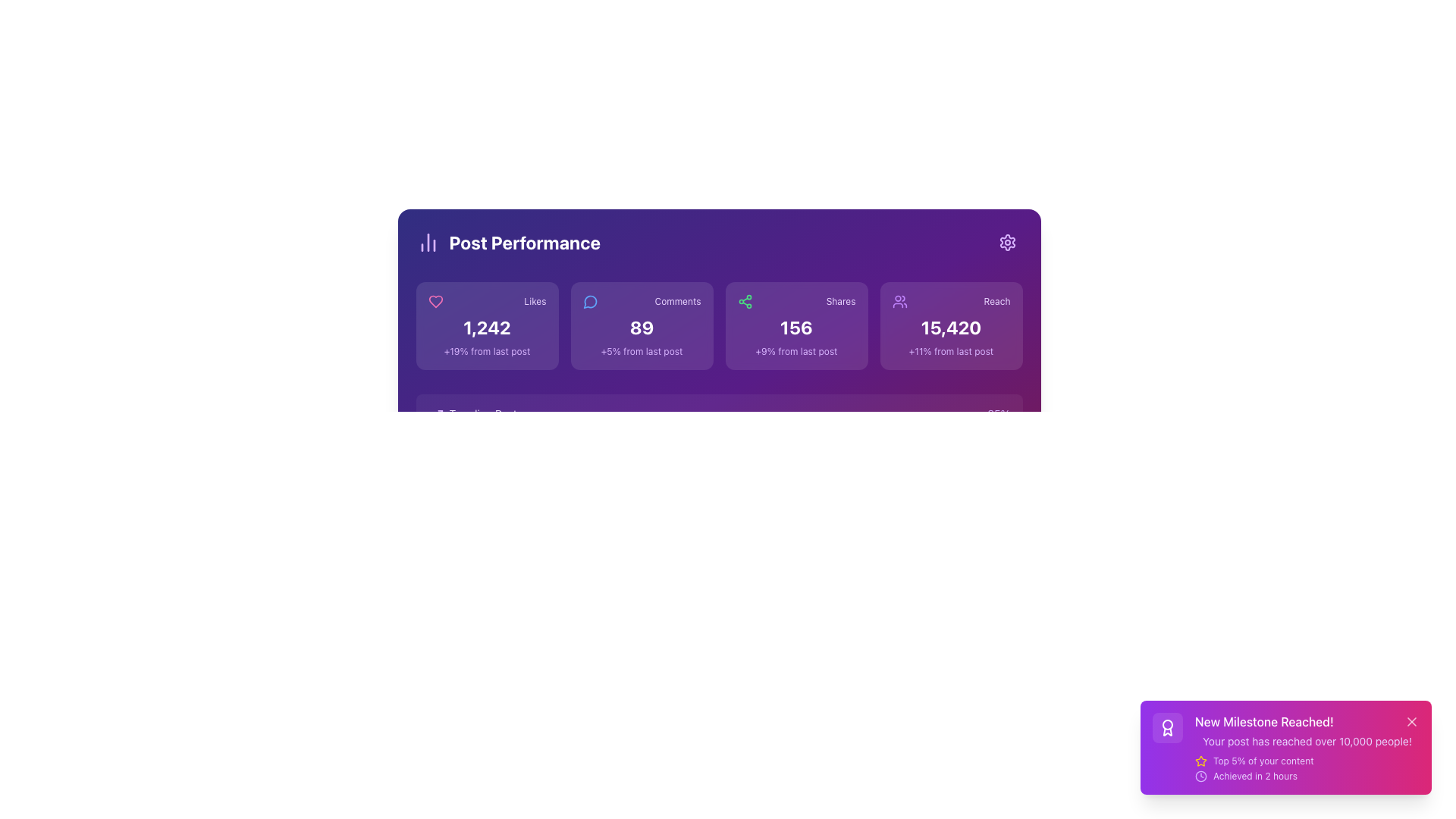 This screenshot has height=819, width=1456. Describe the element at coordinates (525, 242) in the screenshot. I see `the 'Post Performance' header text label, which serves as a title for the section below and indicates the context of the information` at that location.